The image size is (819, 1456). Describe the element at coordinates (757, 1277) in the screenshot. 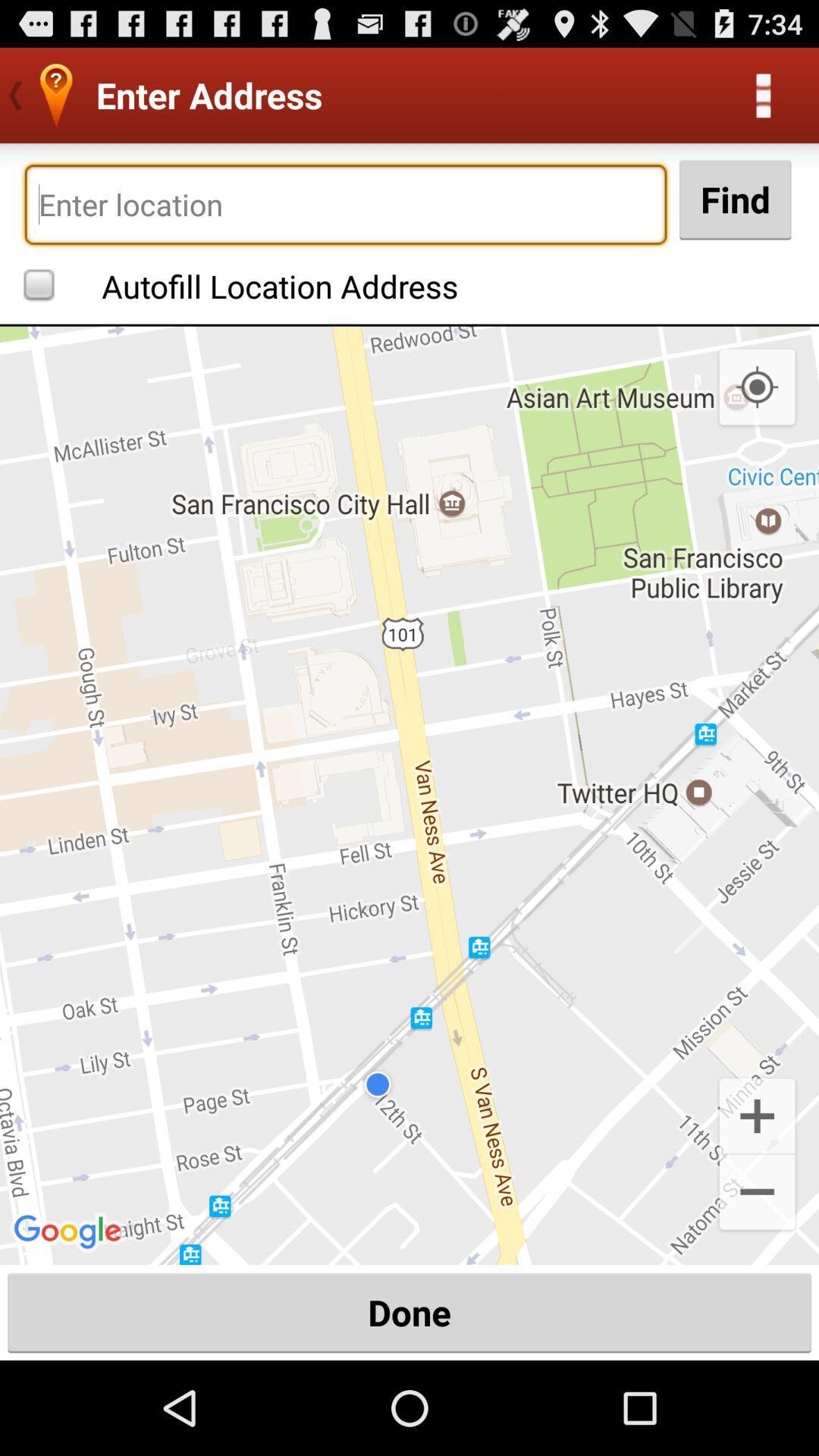

I see `the minus icon` at that location.